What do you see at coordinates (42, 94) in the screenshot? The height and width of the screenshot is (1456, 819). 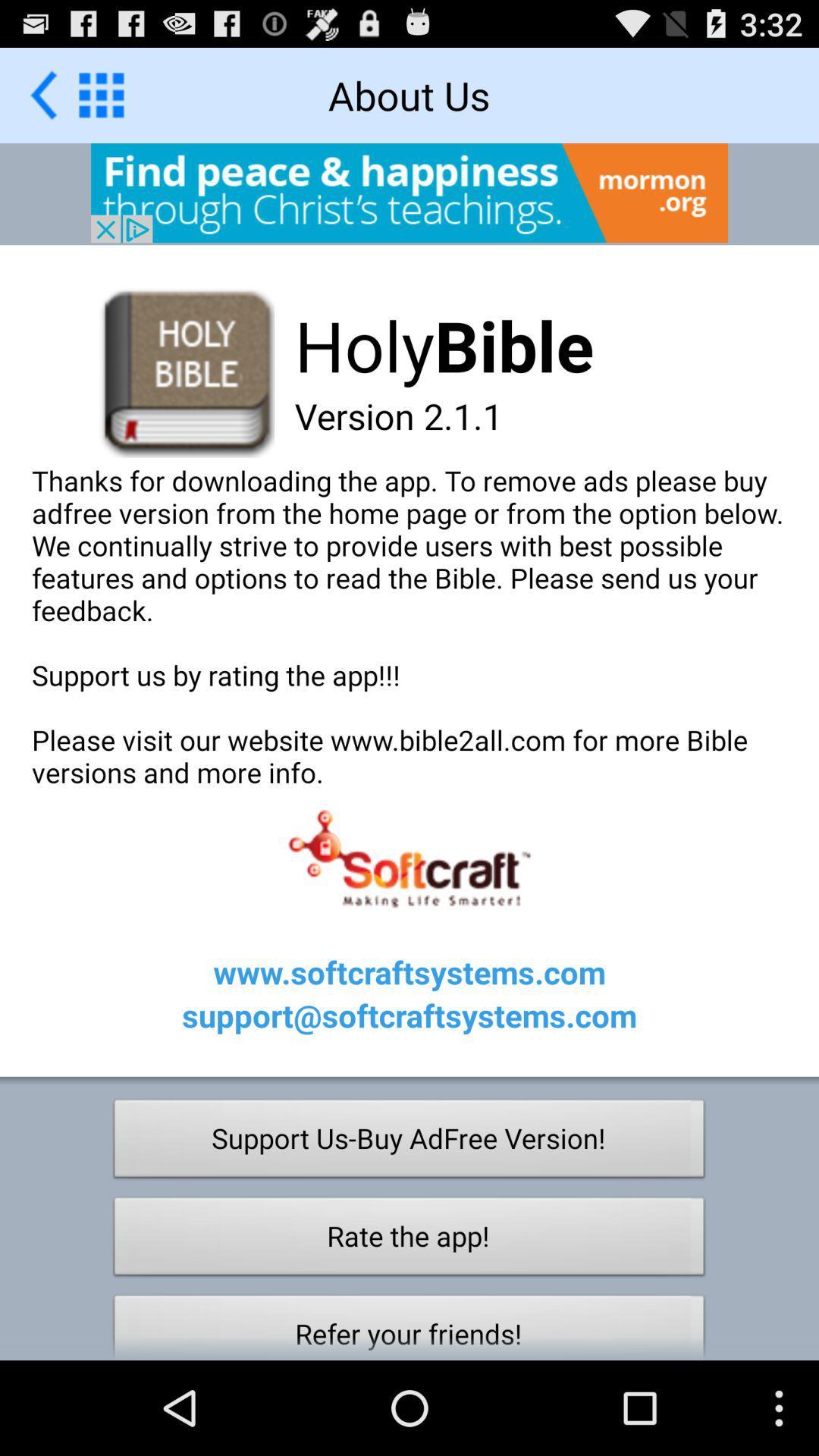 I see `go back` at bounding box center [42, 94].